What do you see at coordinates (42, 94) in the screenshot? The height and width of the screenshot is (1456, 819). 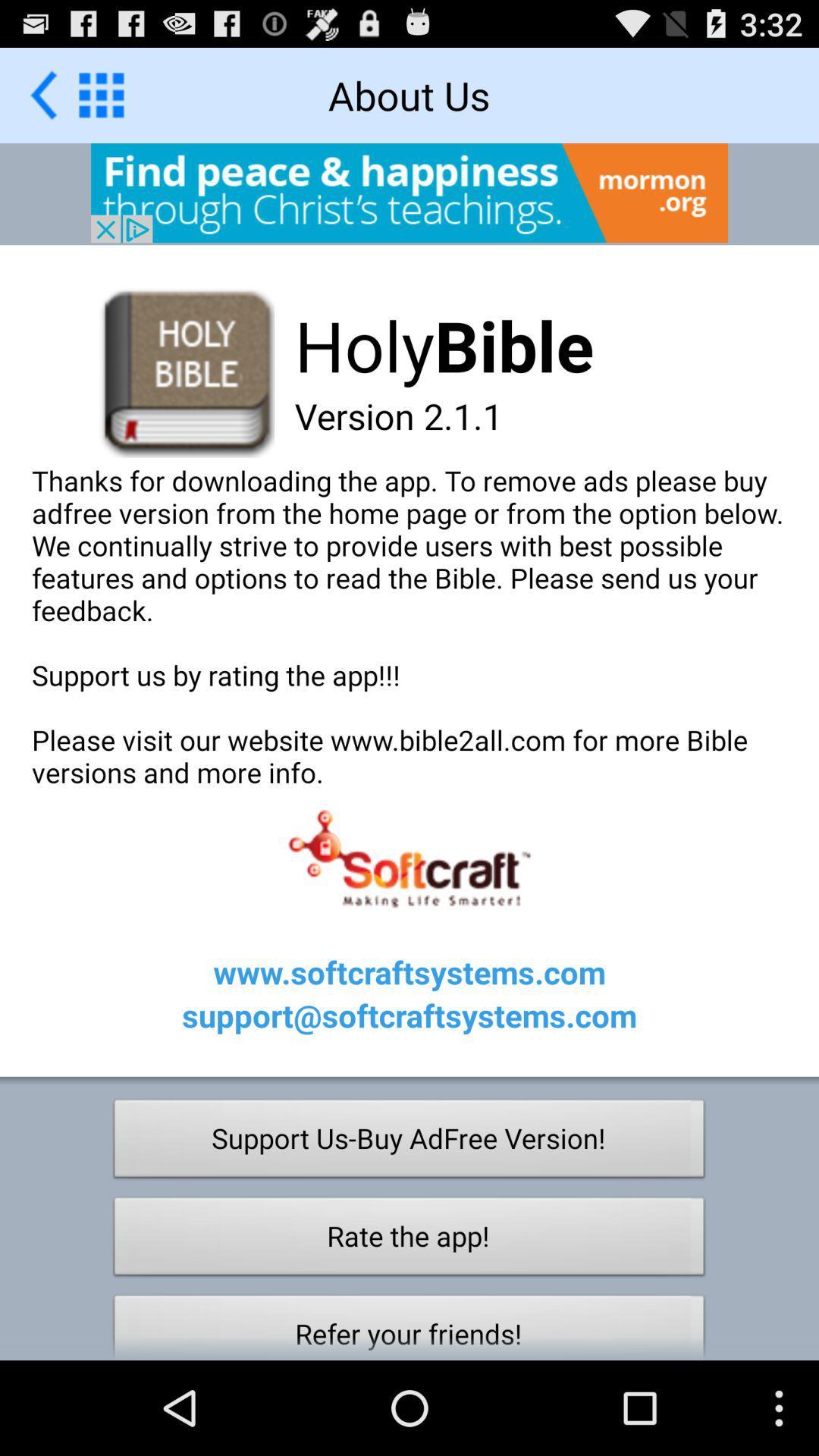 I see `go back` at bounding box center [42, 94].